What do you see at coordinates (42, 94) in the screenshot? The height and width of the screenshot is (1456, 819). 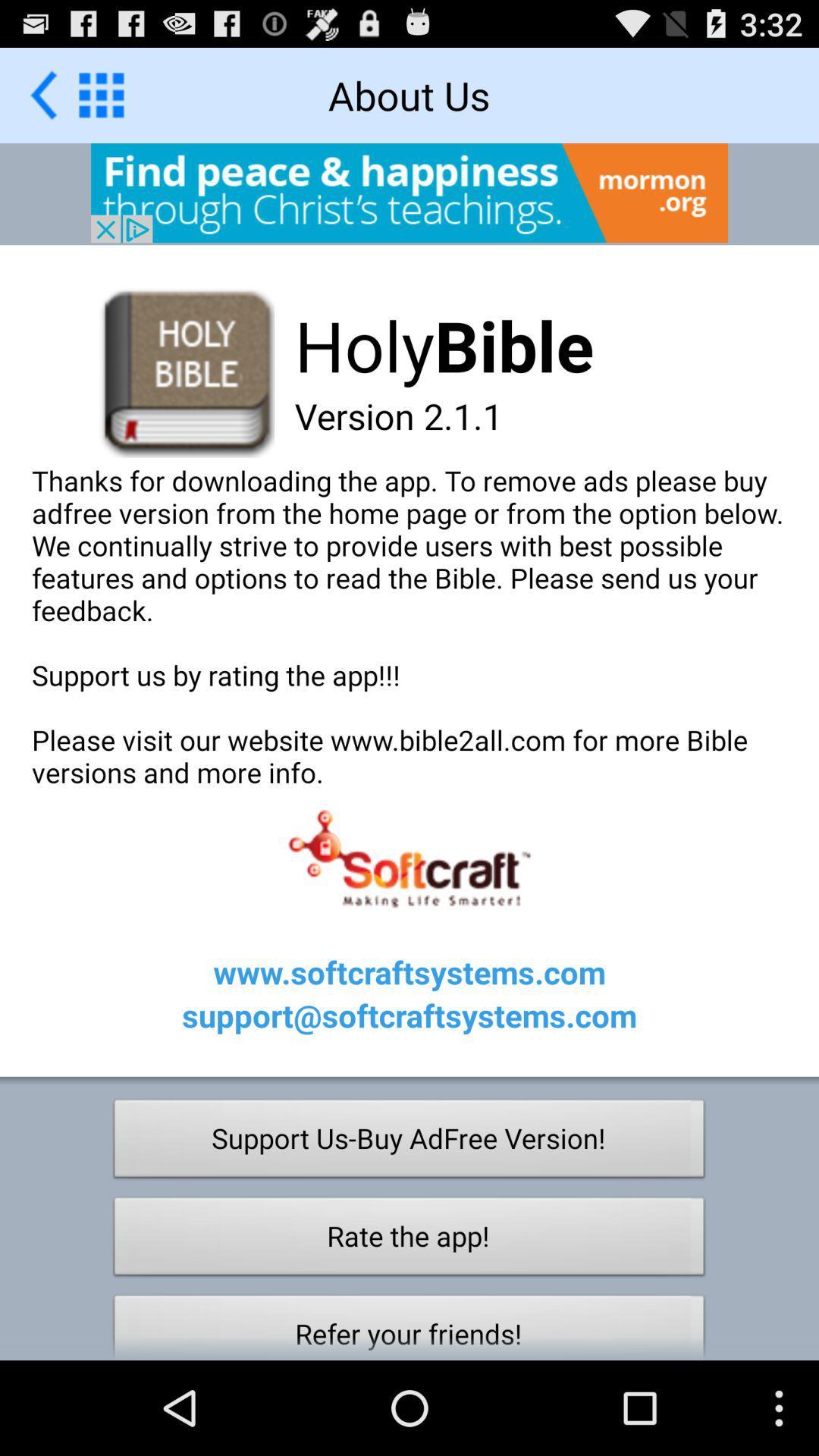 I see `go back` at bounding box center [42, 94].